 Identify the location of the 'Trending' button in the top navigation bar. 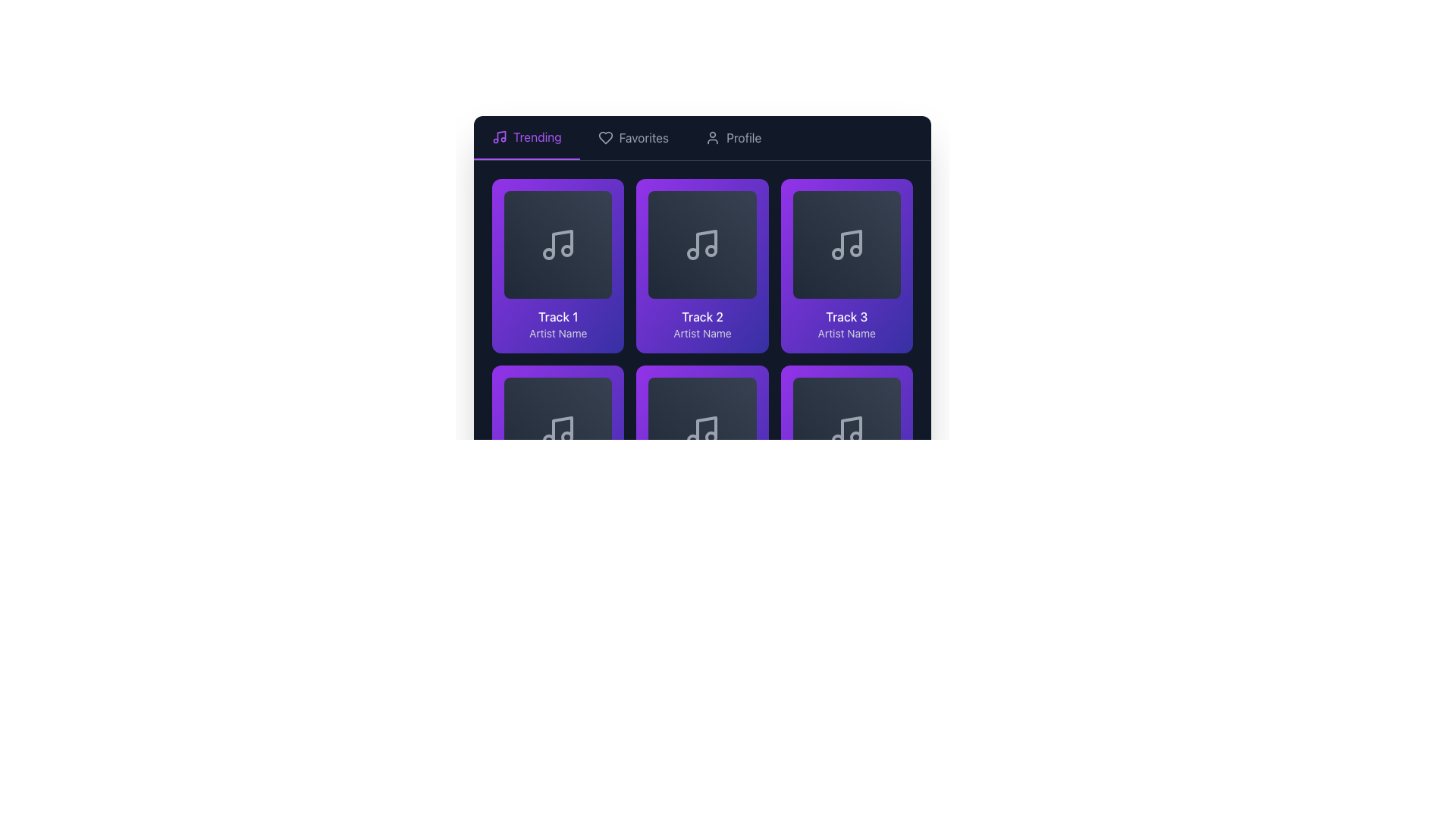
(526, 137).